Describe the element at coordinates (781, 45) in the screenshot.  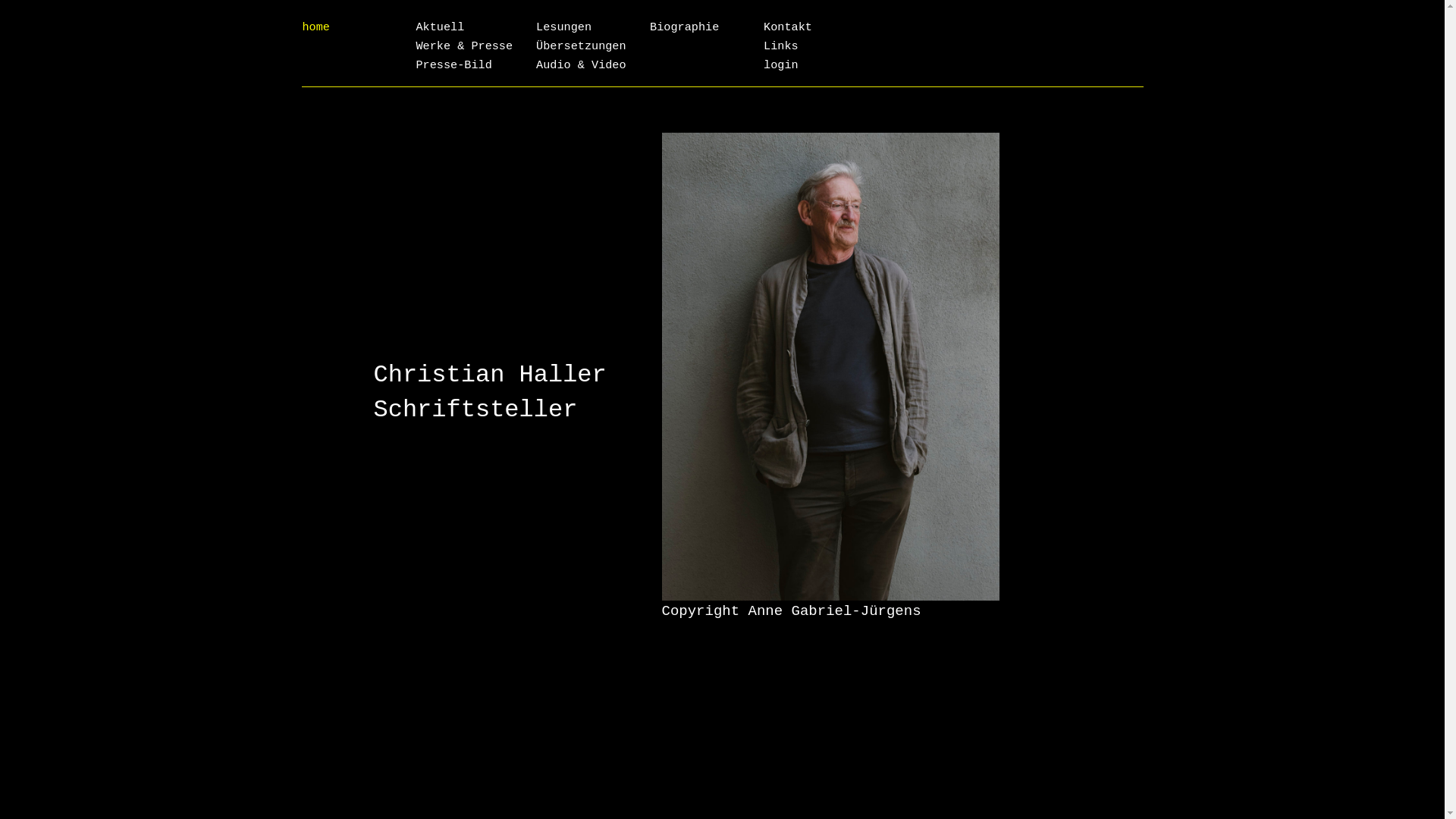
I see `'Links'` at that location.